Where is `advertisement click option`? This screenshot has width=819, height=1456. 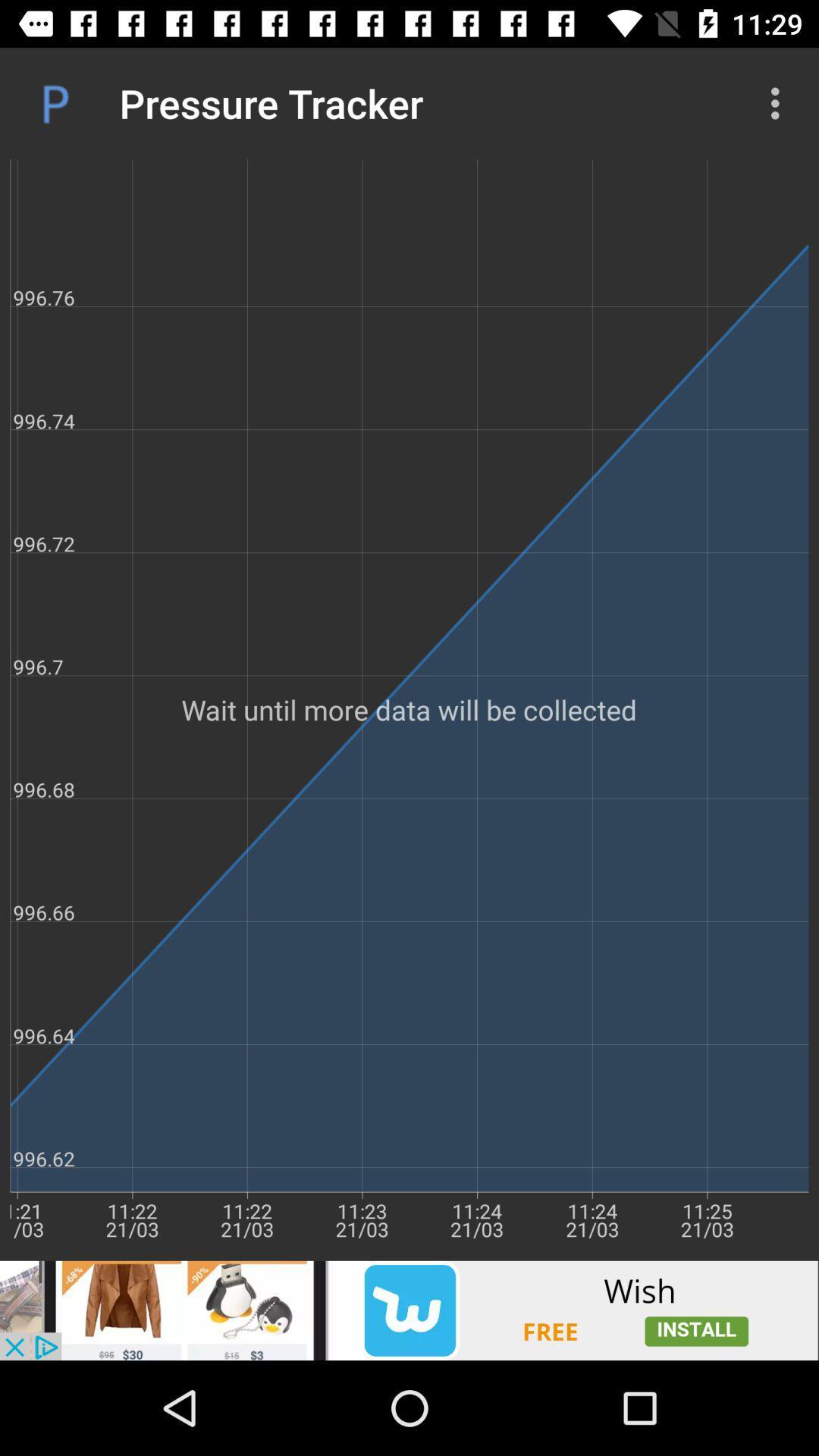 advertisement click option is located at coordinates (409, 1310).